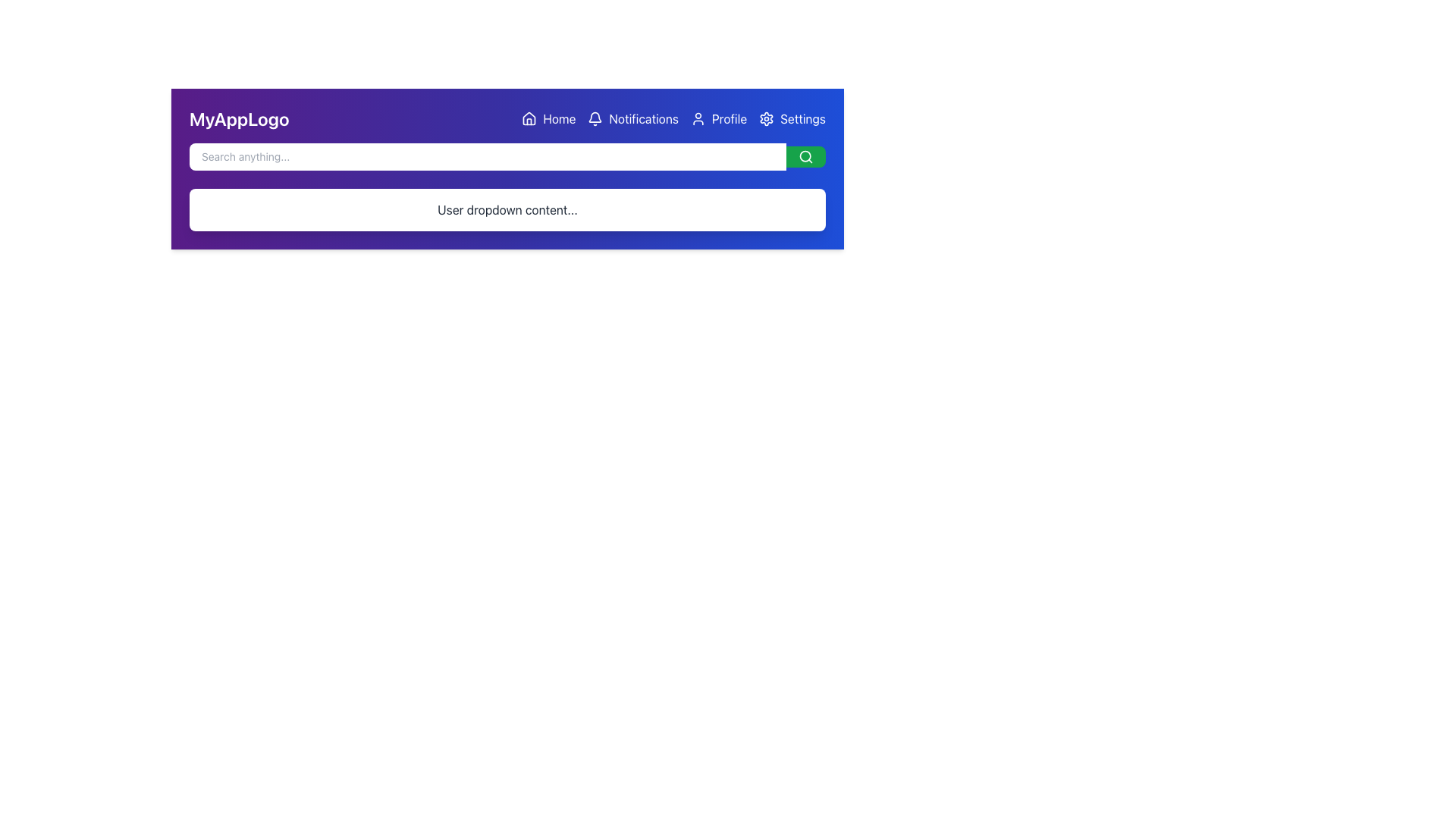 The height and width of the screenshot is (819, 1456). I want to click on the settings icon located in the top navigation bar to the far right, adjacent to the text label 'Settings', to interact with application settings, so click(767, 118).